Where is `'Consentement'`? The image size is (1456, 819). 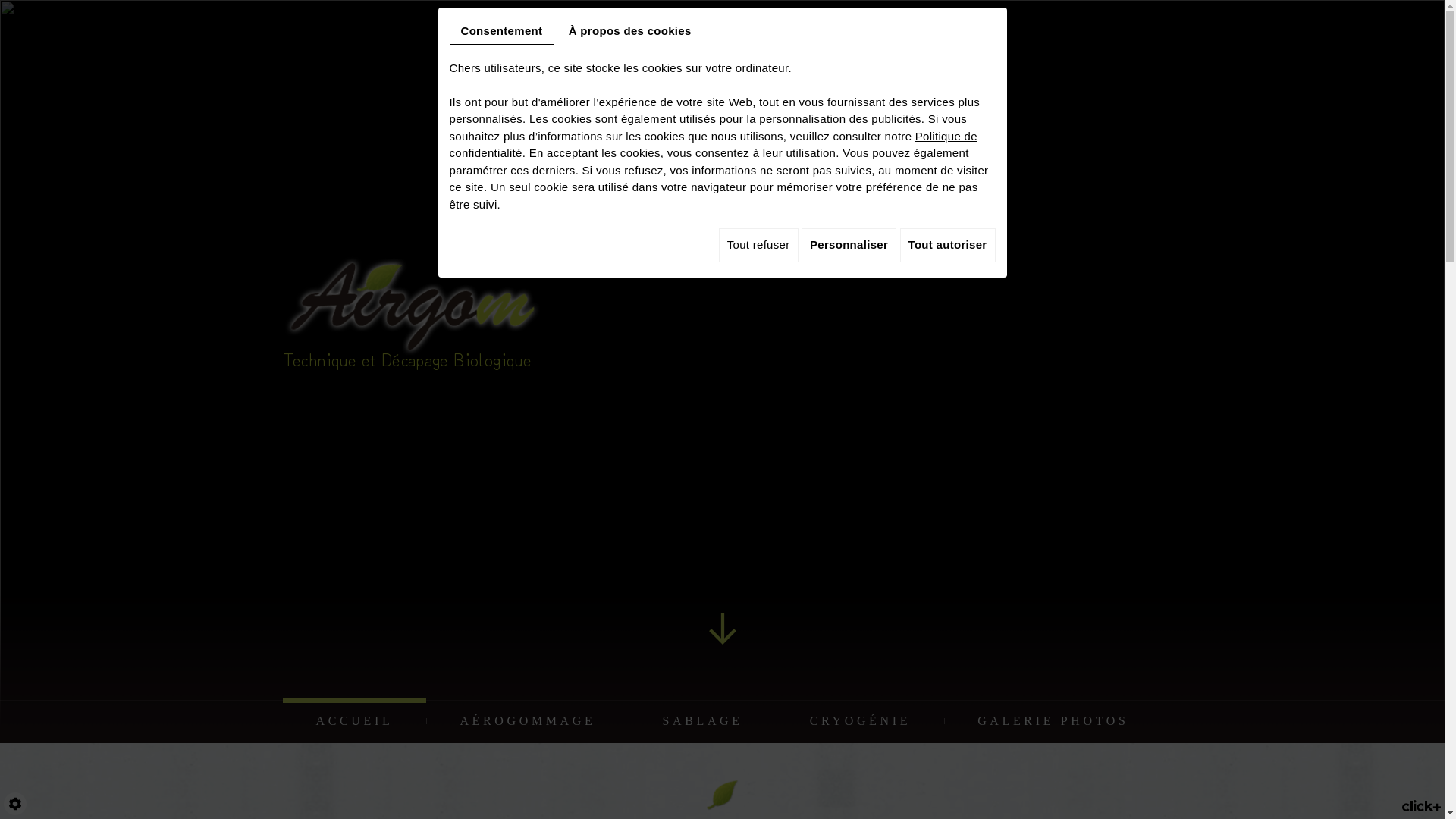 'Consentement' is located at coordinates (501, 32).